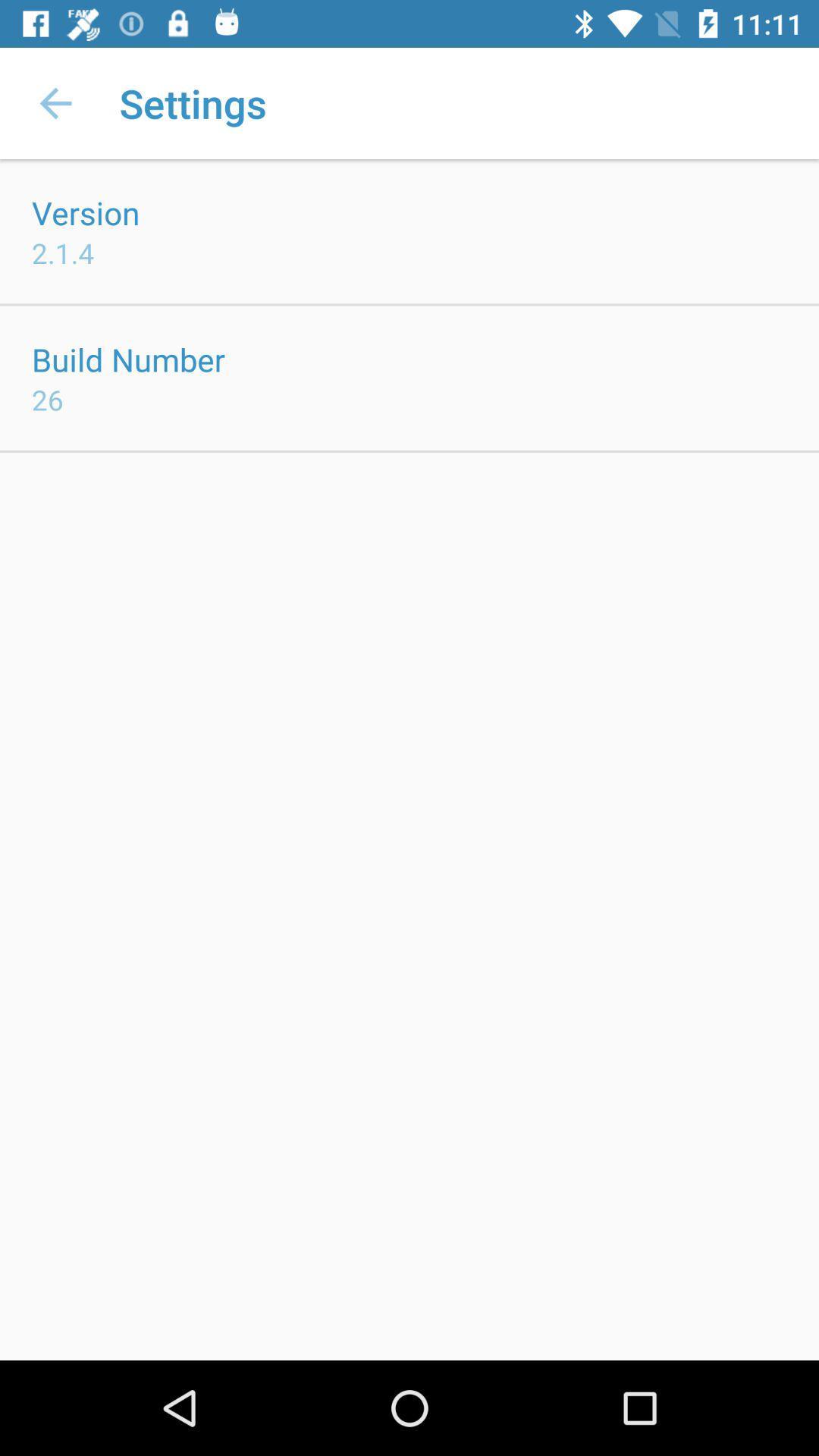 The image size is (819, 1456). I want to click on build number icon, so click(127, 359).